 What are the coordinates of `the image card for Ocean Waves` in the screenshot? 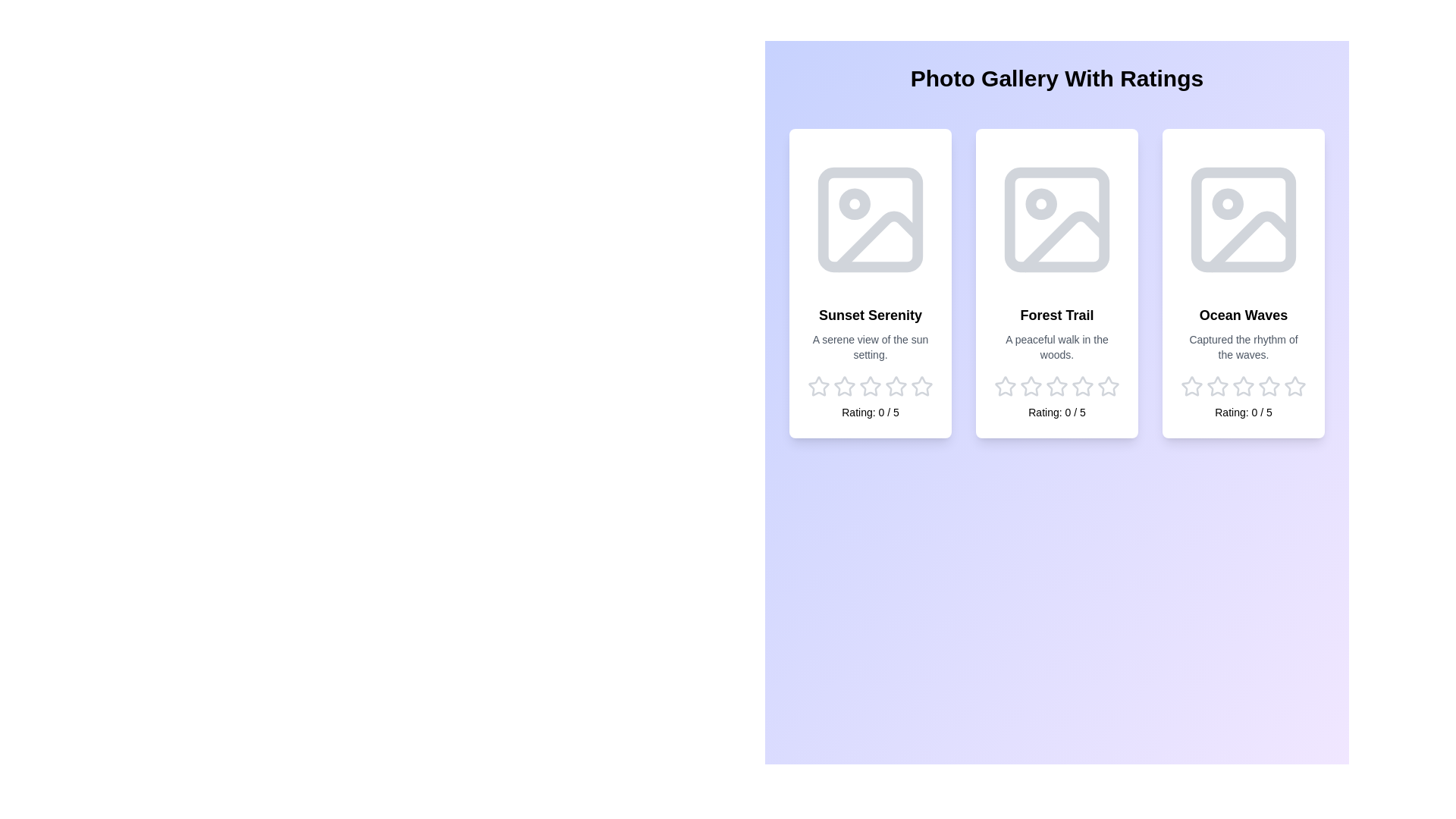 It's located at (1244, 284).